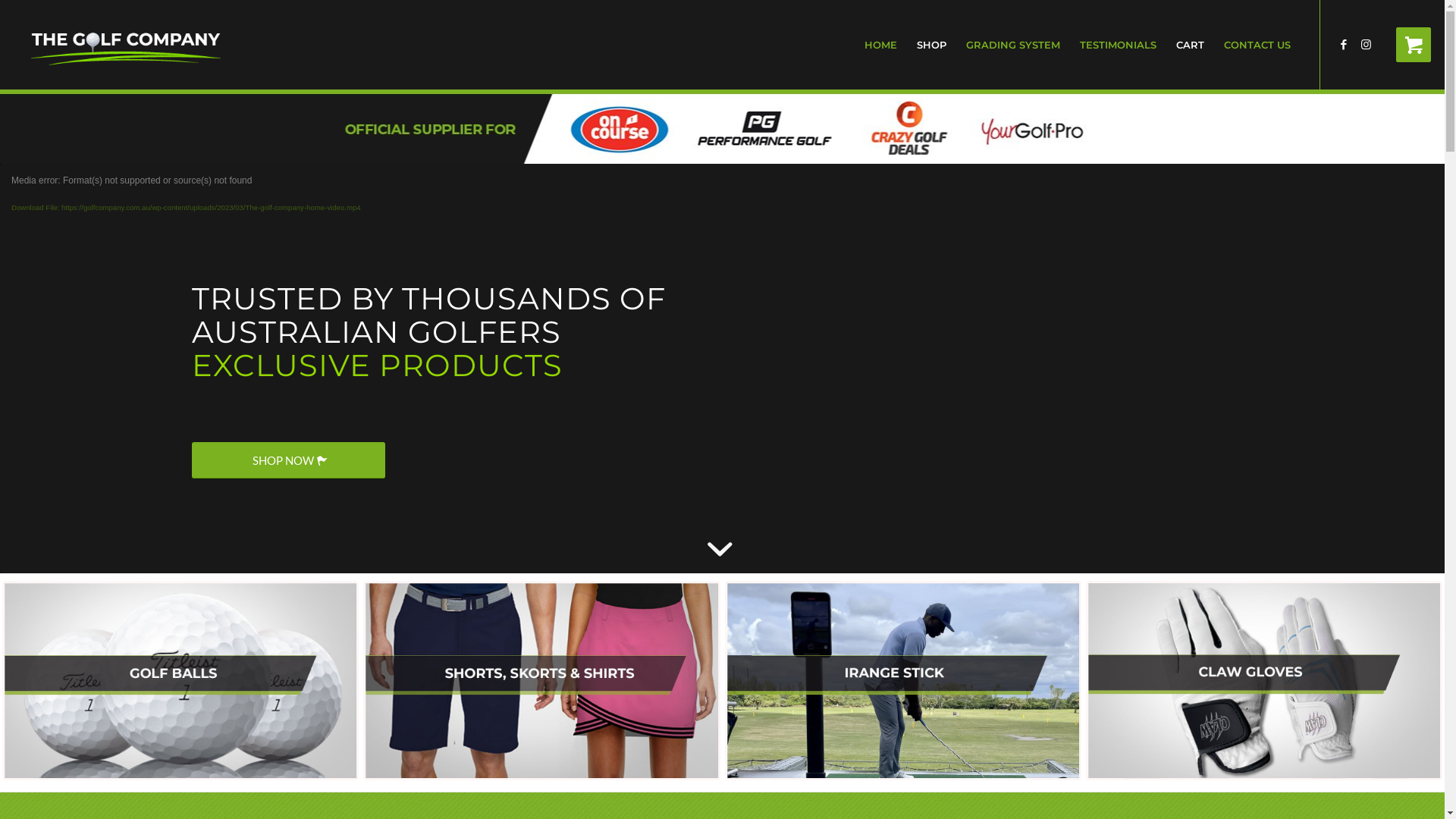 This screenshot has width=1456, height=819. Describe the element at coordinates (287, 459) in the screenshot. I see `'SHOP NOW'` at that location.